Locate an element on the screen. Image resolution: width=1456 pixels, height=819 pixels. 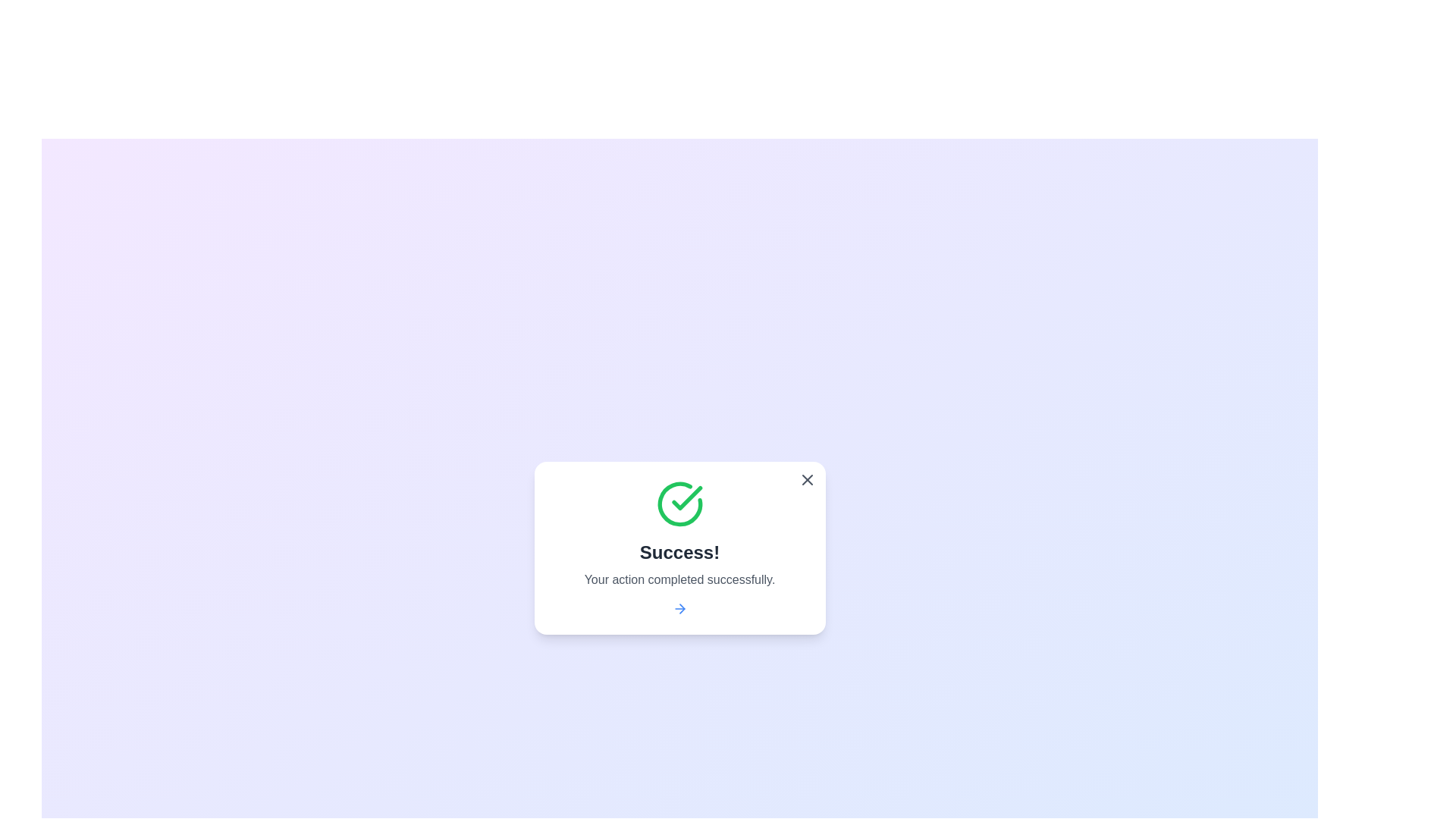
the close button to dismiss the notification is located at coordinates (806, 479).